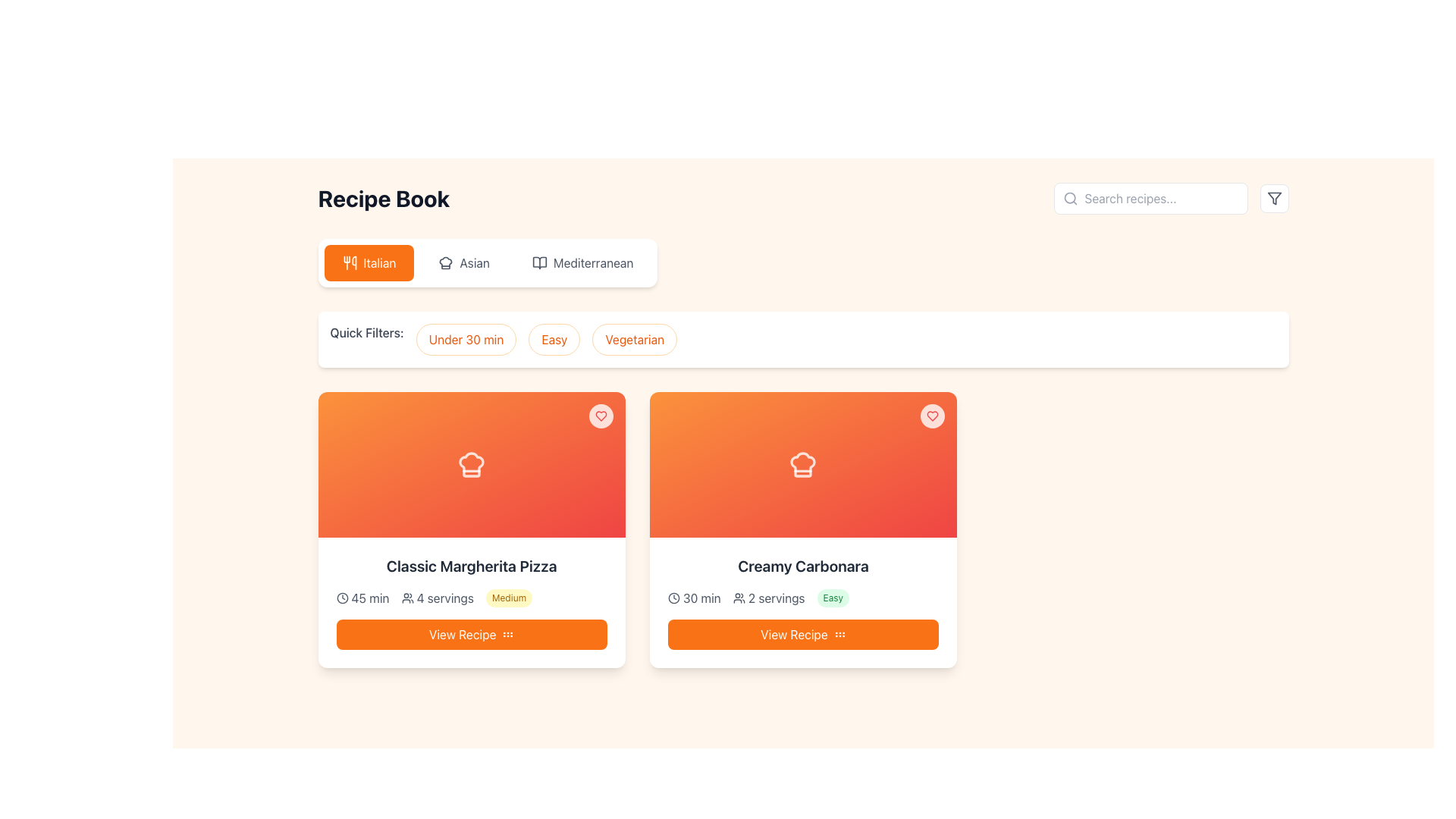  Describe the element at coordinates (592, 262) in the screenshot. I see `the Mediterranean cuisine label` at that location.